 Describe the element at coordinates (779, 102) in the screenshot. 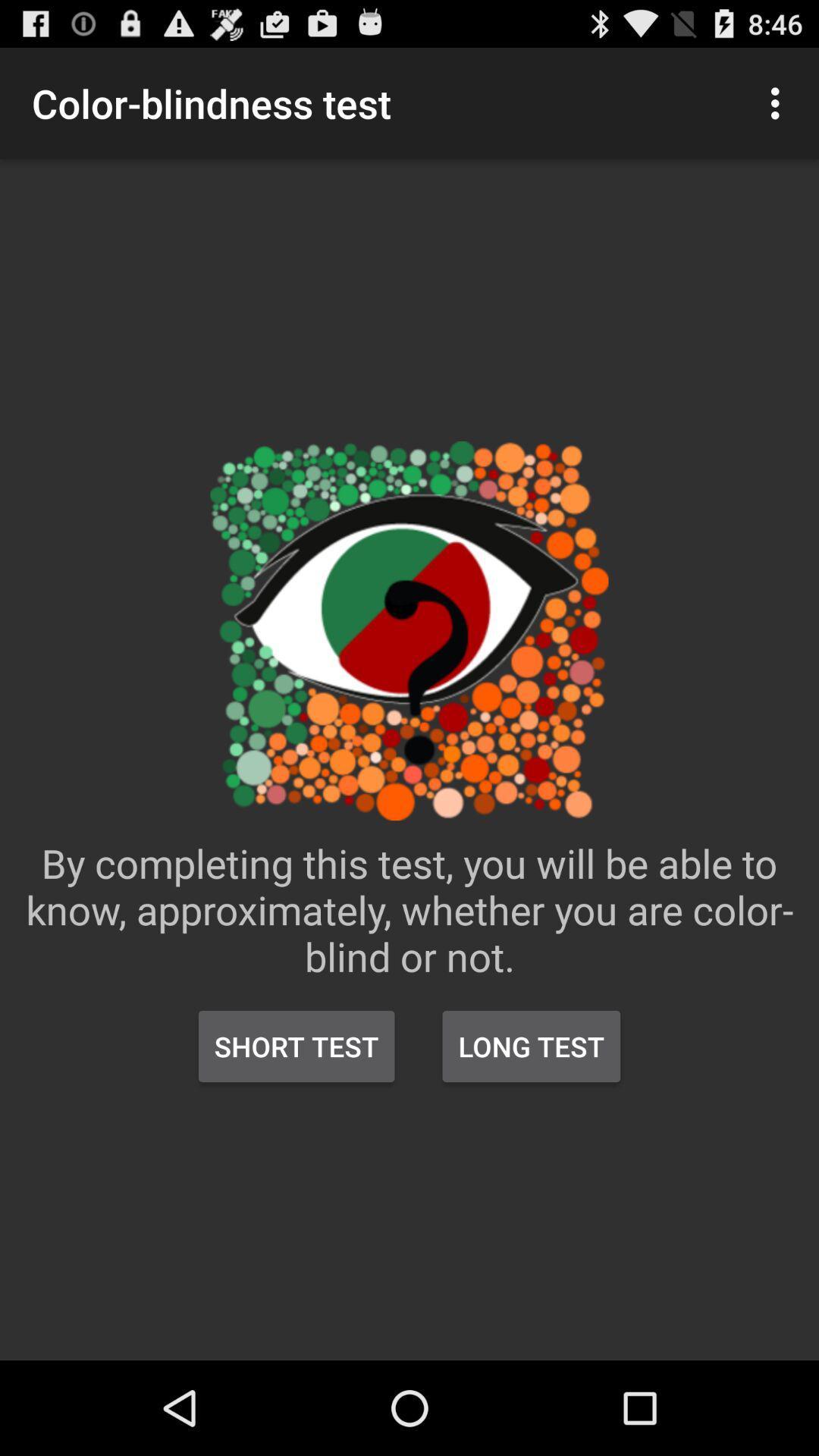

I see `the app to the right of color-blindness test` at that location.